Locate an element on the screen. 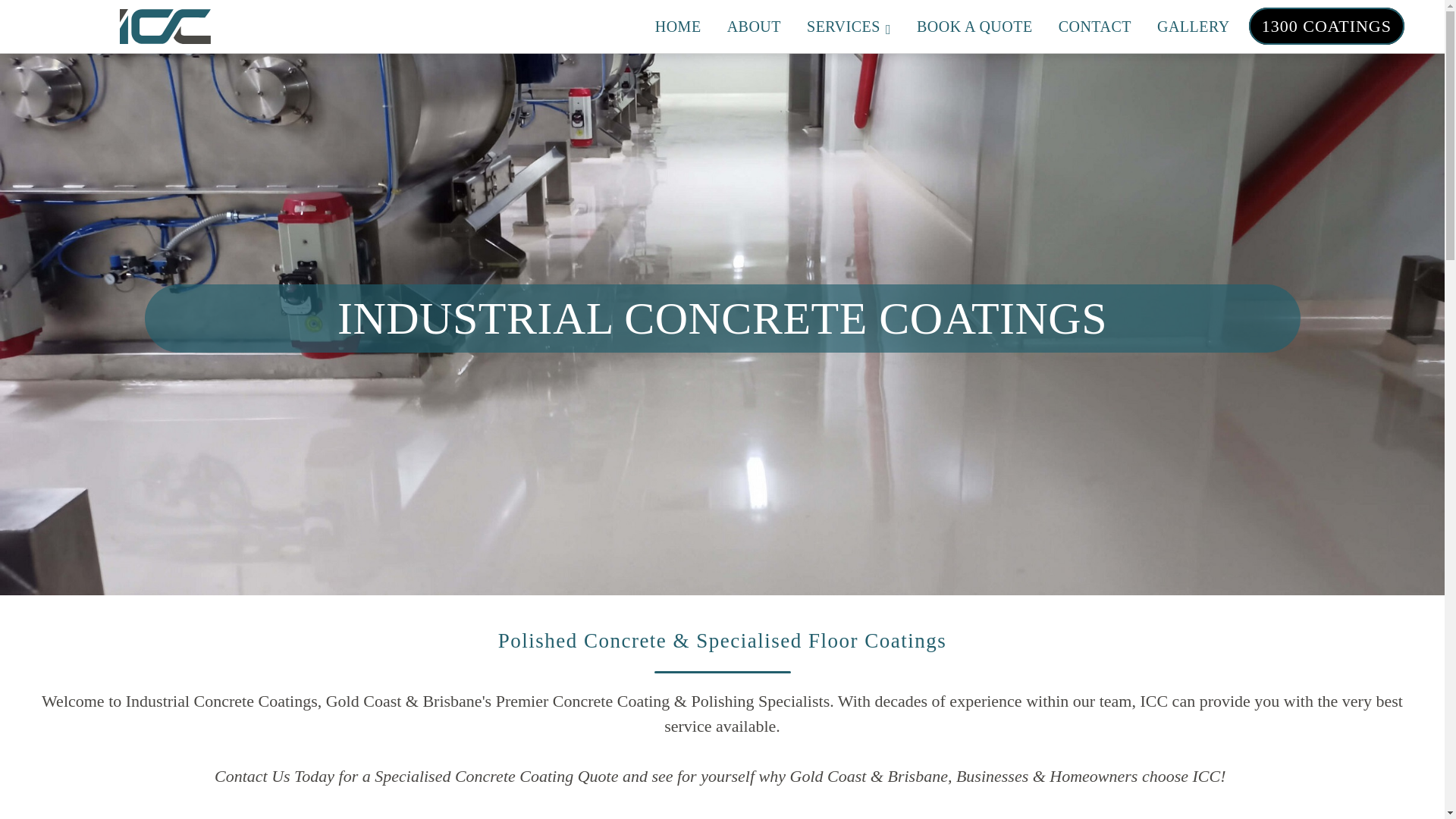  'ABOUT' is located at coordinates (754, 26).